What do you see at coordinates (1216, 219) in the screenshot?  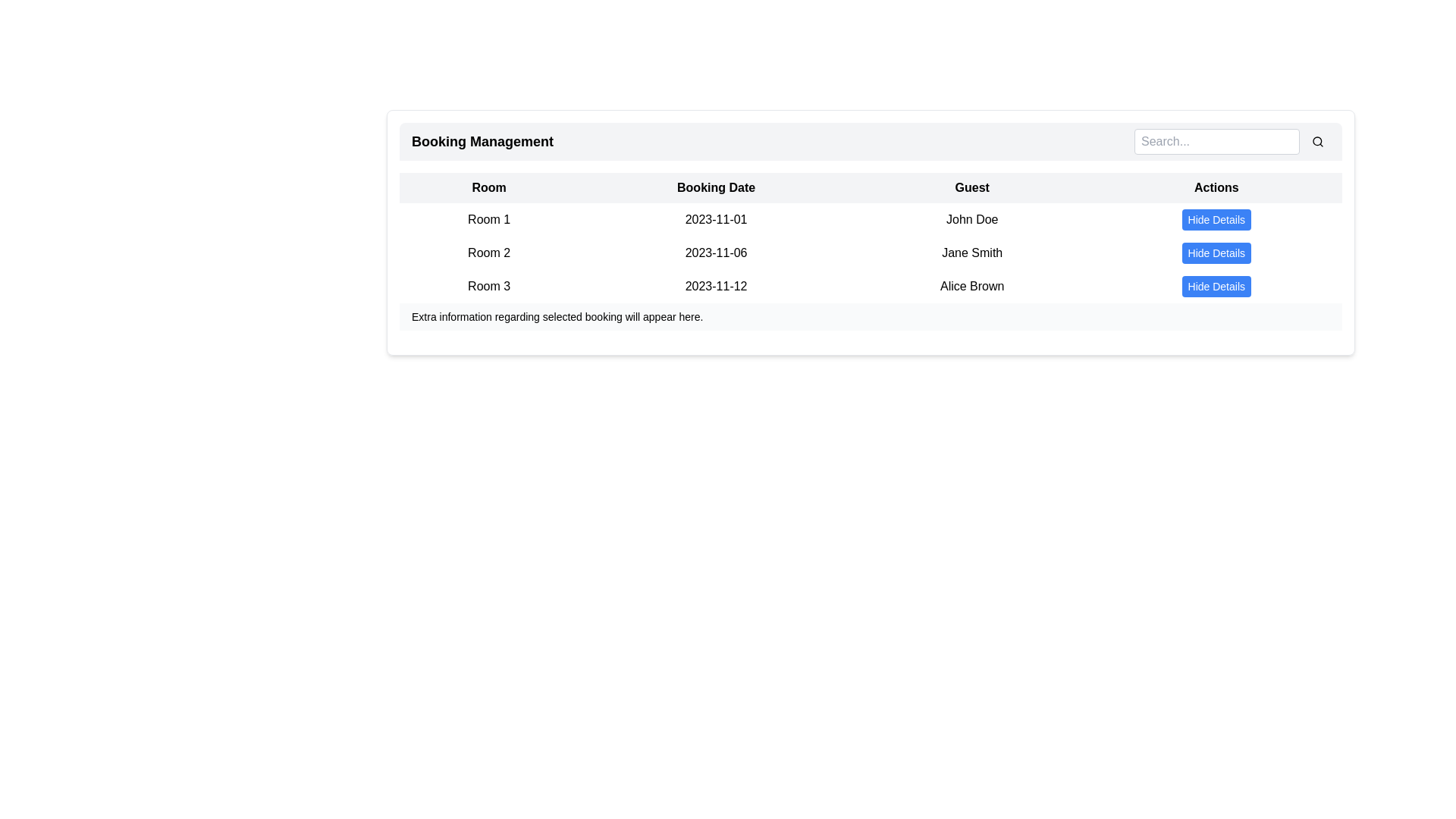 I see `the toggle button in the 'Actions' column of the table under the 'Booking Management' header for the 'John Doe' entry` at bounding box center [1216, 219].